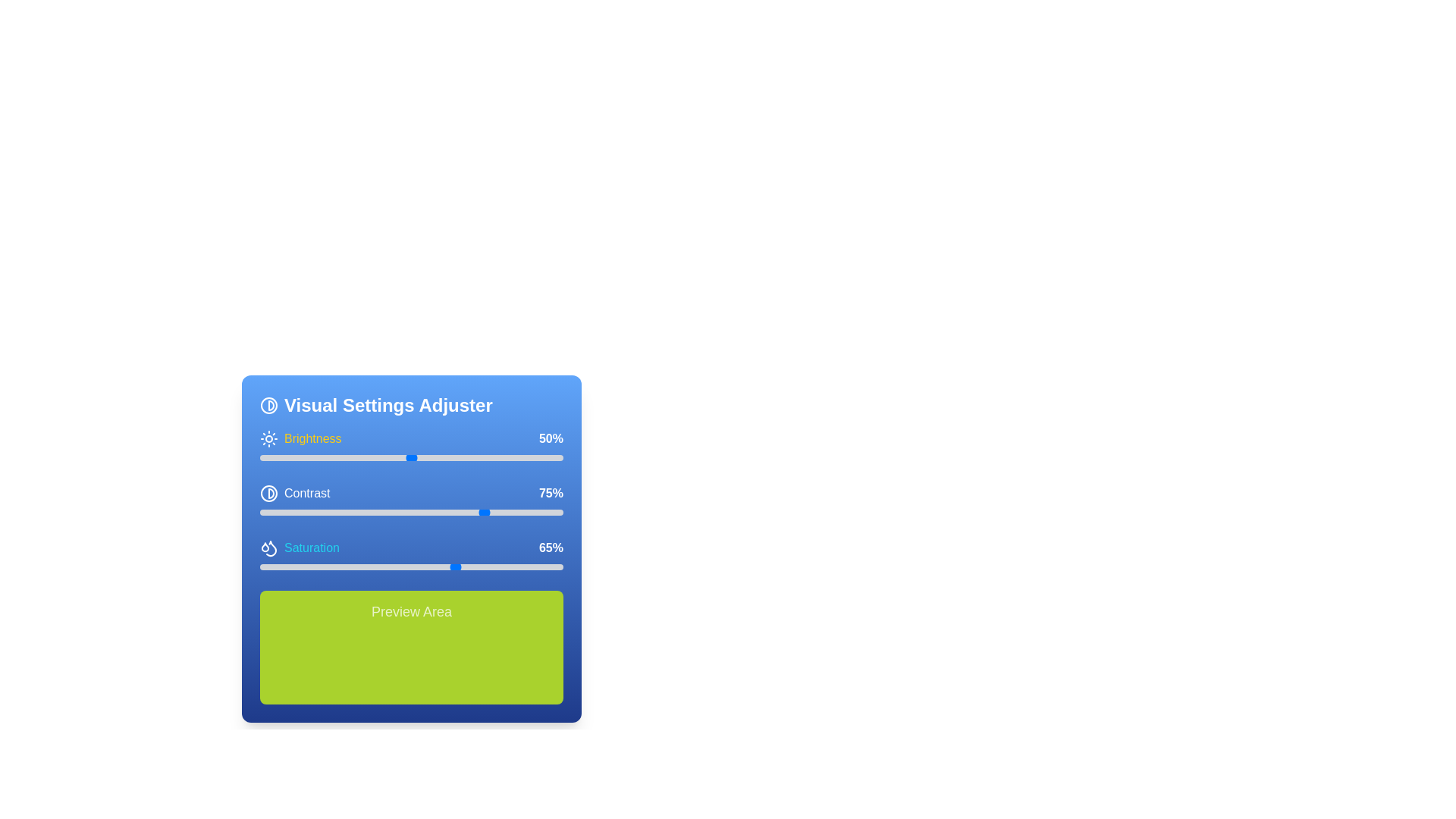  I want to click on the brightness slider, which is a blue slider control with a circular thumb handle positioned below the 'Brightness' label and adjacent to a '50%' label, so click(411, 447).